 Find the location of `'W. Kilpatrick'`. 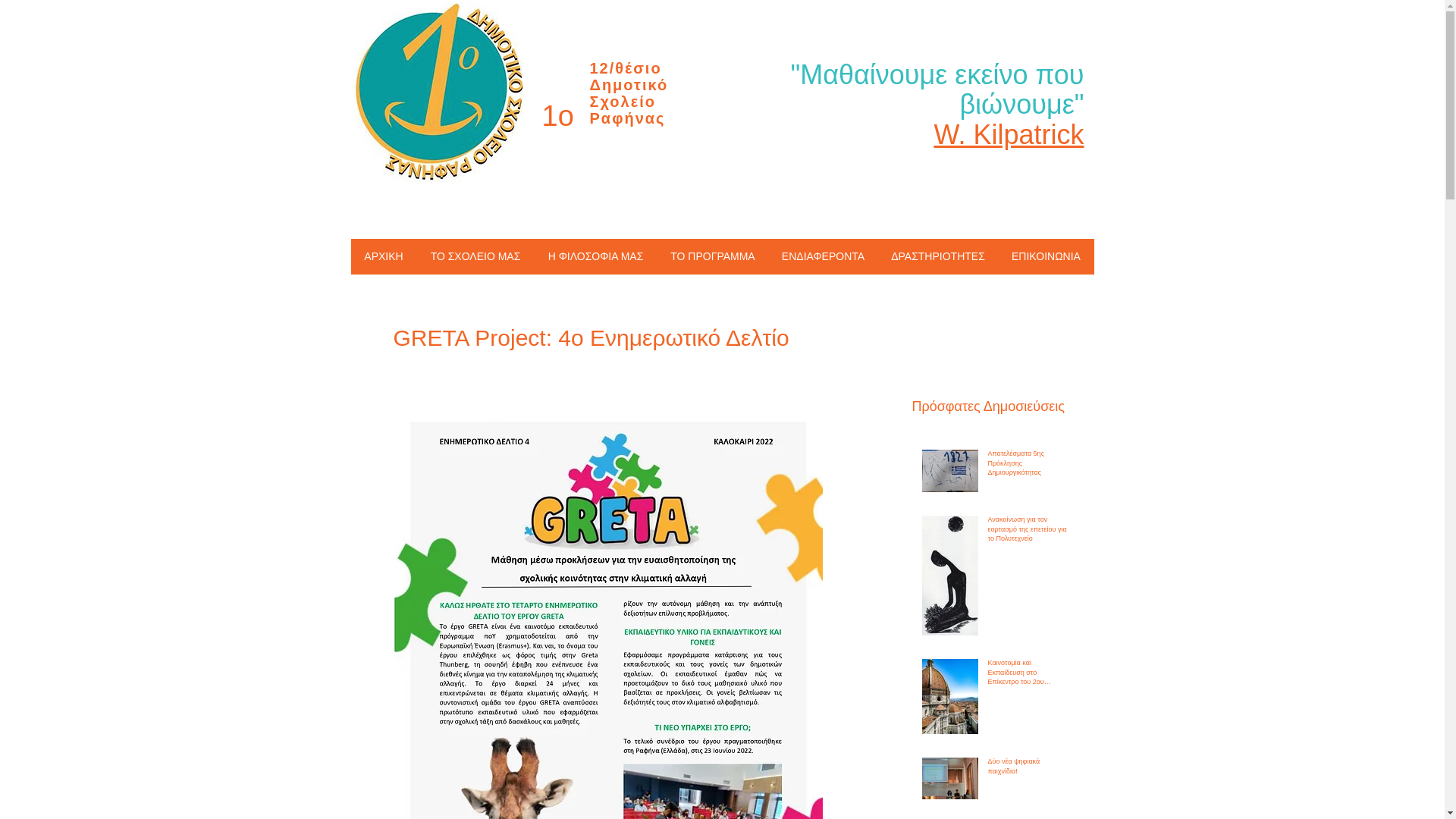

'W. Kilpatrick' is located at coordinates (1008, 133).